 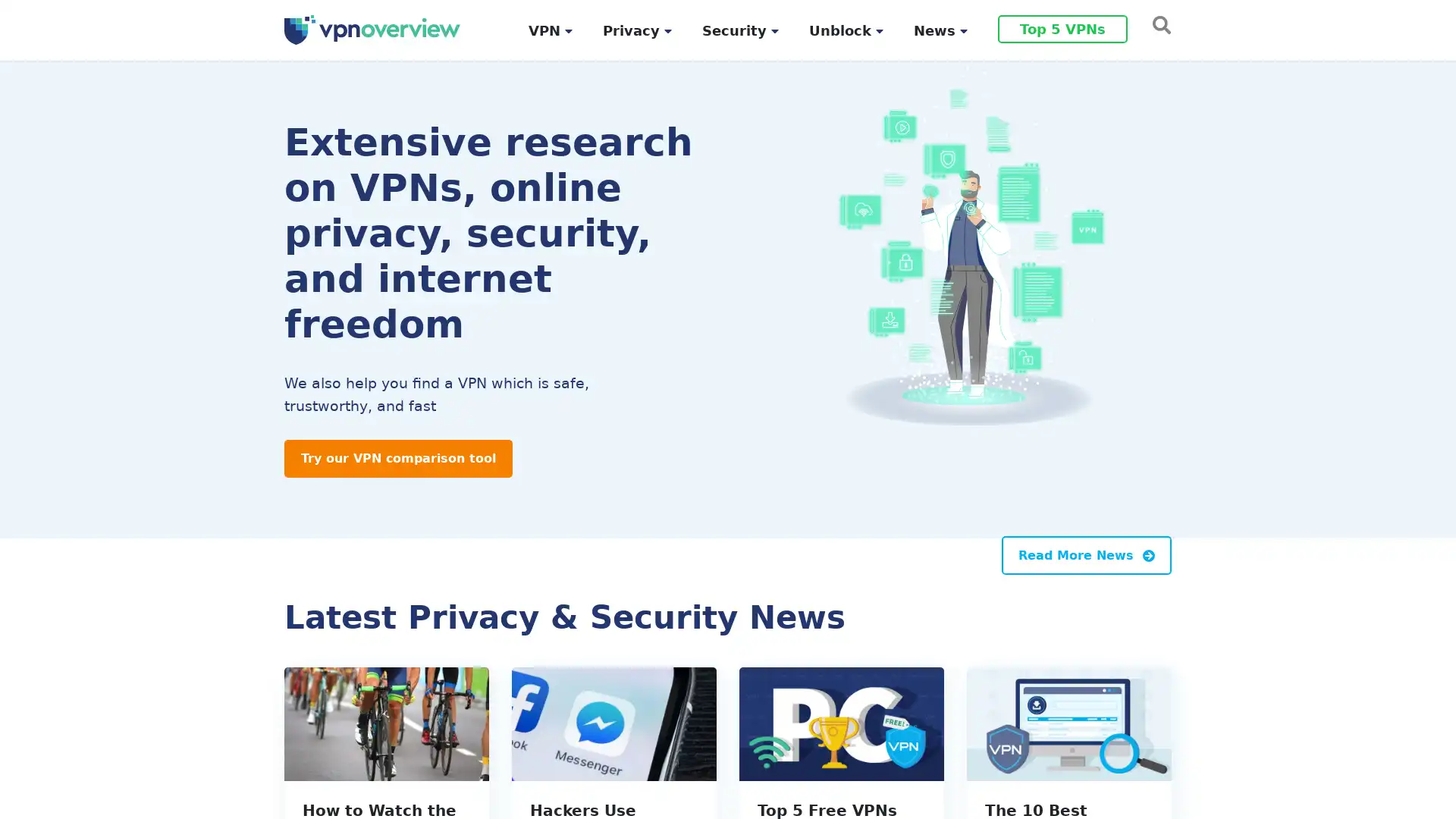 I want to click on Search, so click(x=1156, y=24).